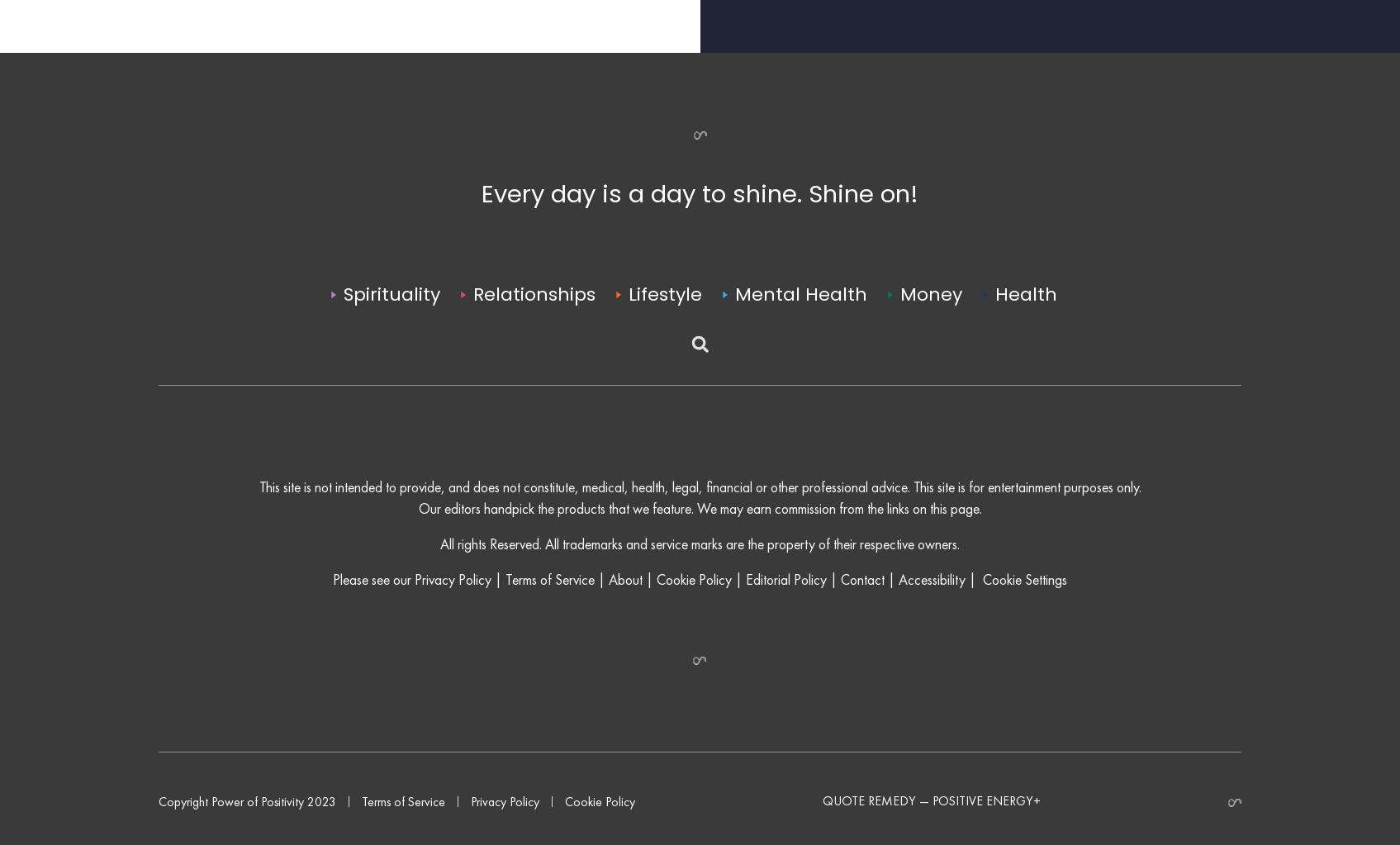 The width and height of the screenshot is (1400, 845). Describe the element at coordinates (624, 615) in the screenshot. I see `'About'` at that location.